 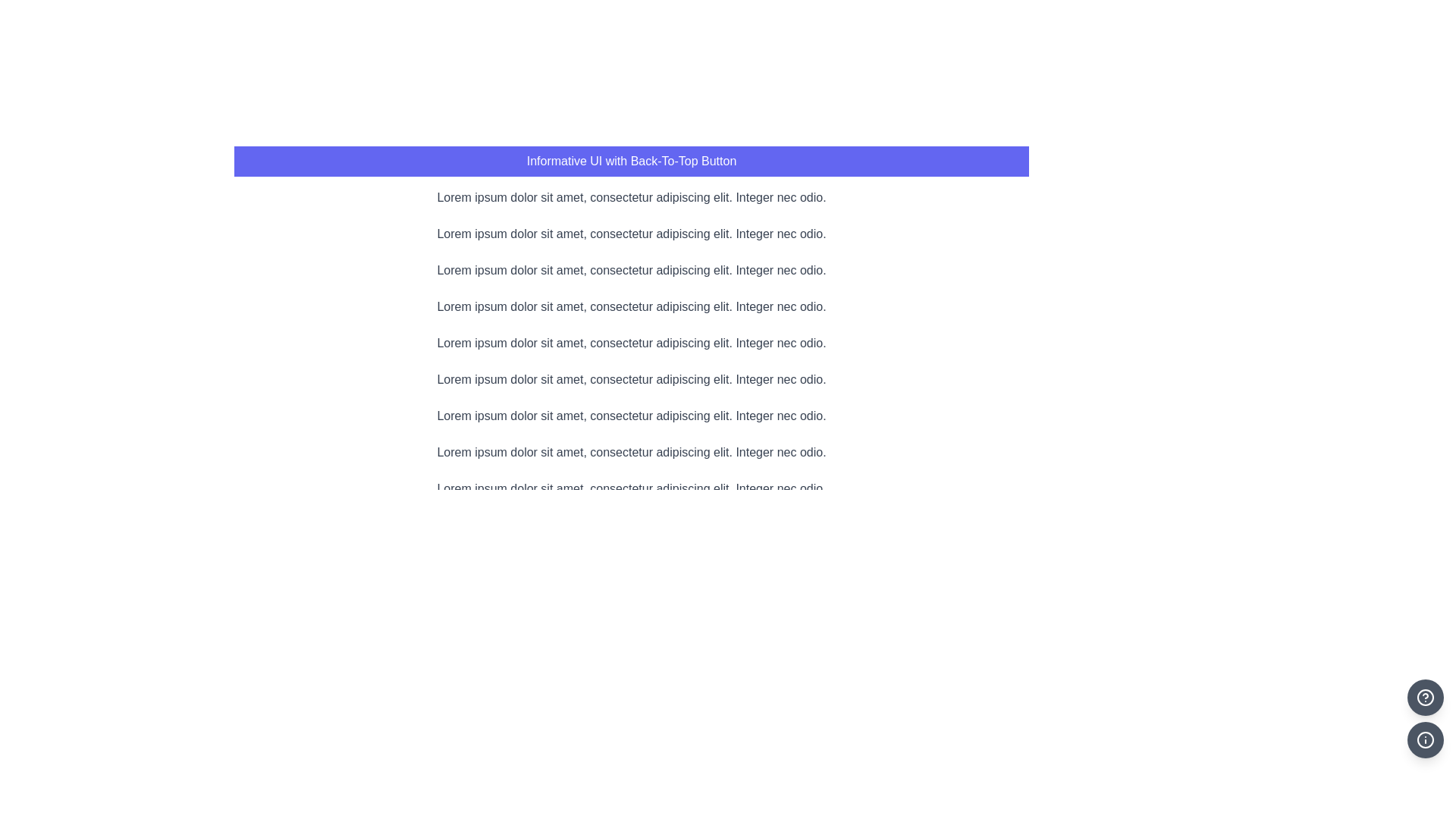 I want to click on the circular help button with a question mark located at the bottom-right corner of the interface, so click(x=1425, y=698).